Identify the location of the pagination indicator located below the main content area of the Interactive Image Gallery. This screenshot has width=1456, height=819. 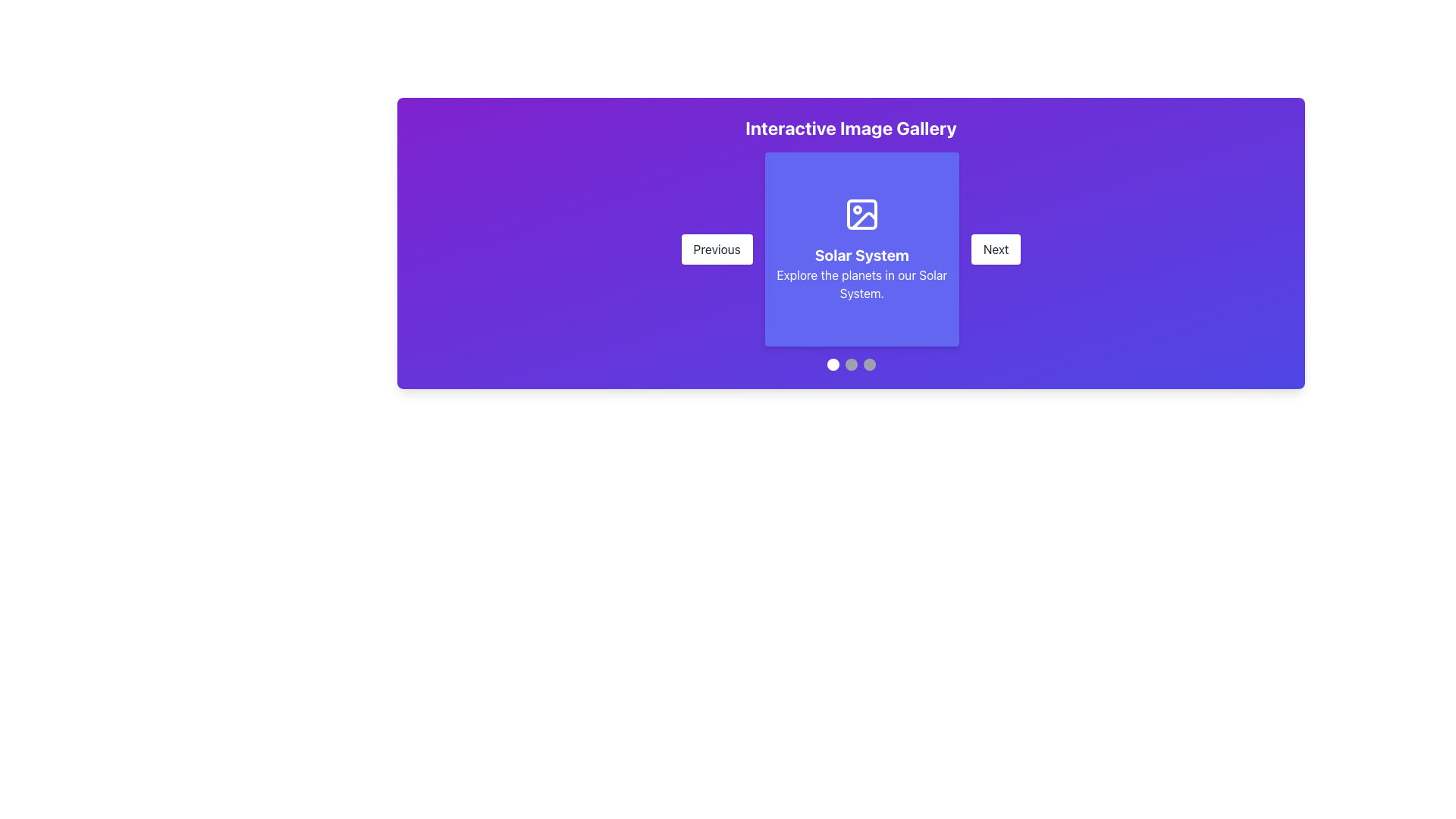
(851, 365).